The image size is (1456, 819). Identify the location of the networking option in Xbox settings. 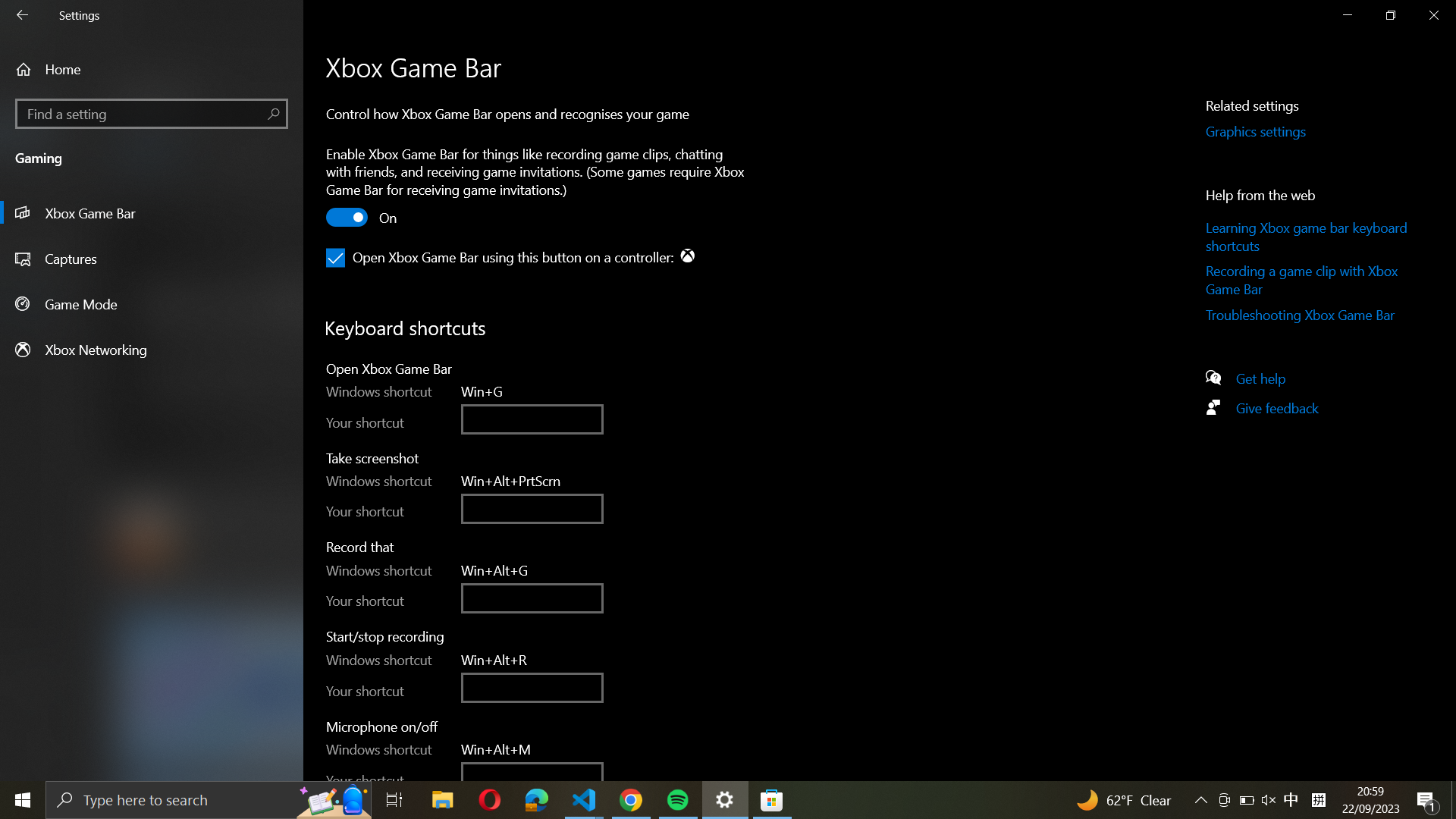
(152, 349).